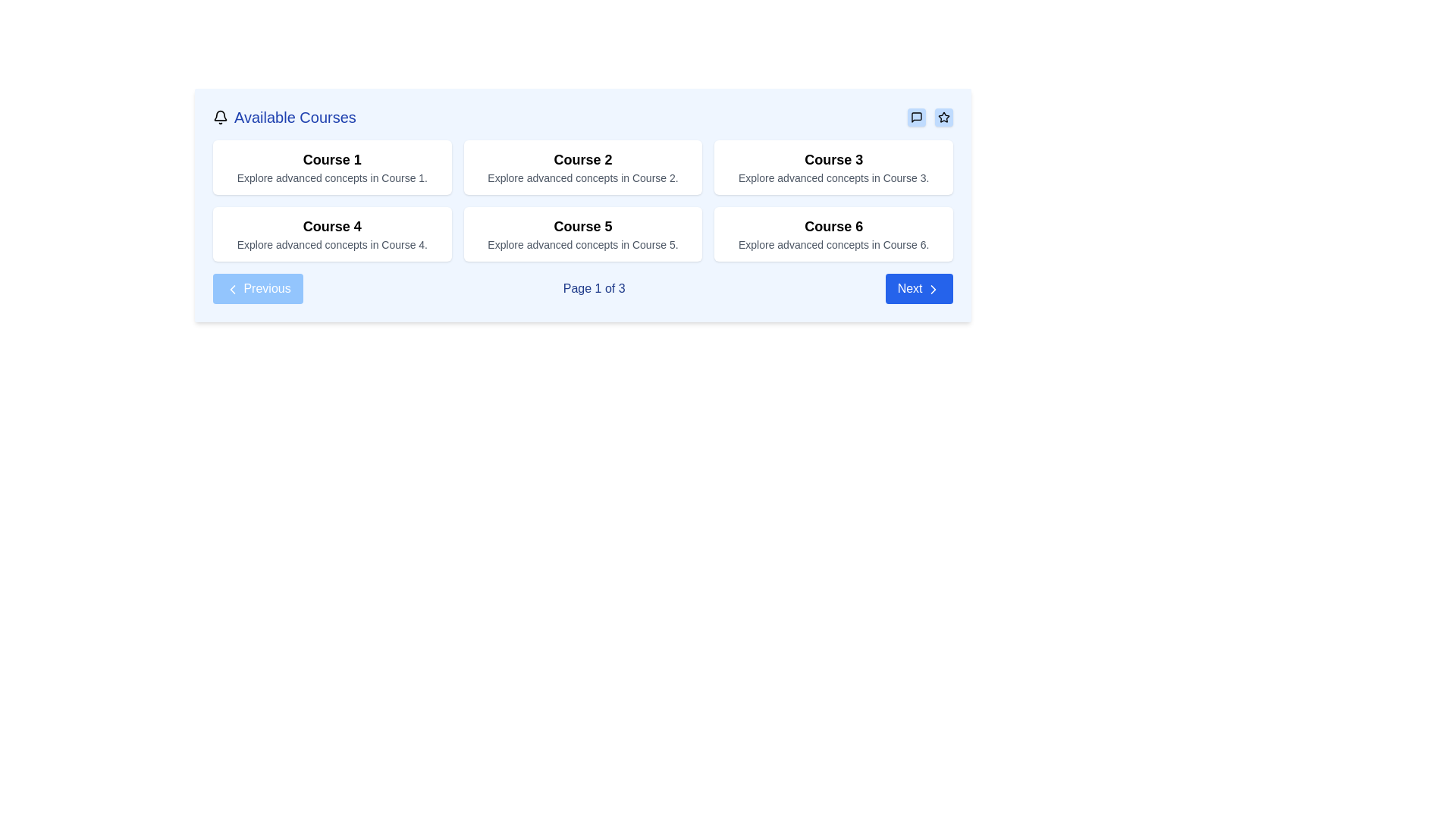  I want to click on the star icon in the top-right corner of the interface, so click(942, 116).